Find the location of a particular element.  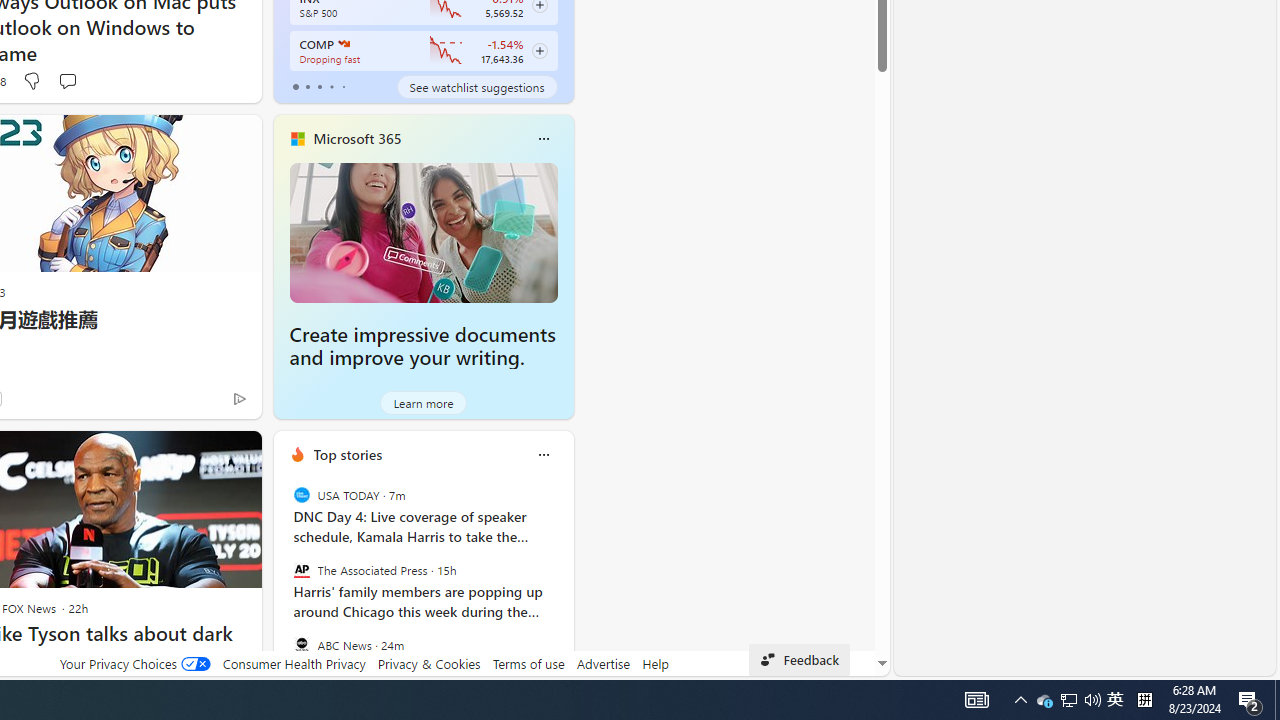

'tab-1' is located at coordinates (306, 86).